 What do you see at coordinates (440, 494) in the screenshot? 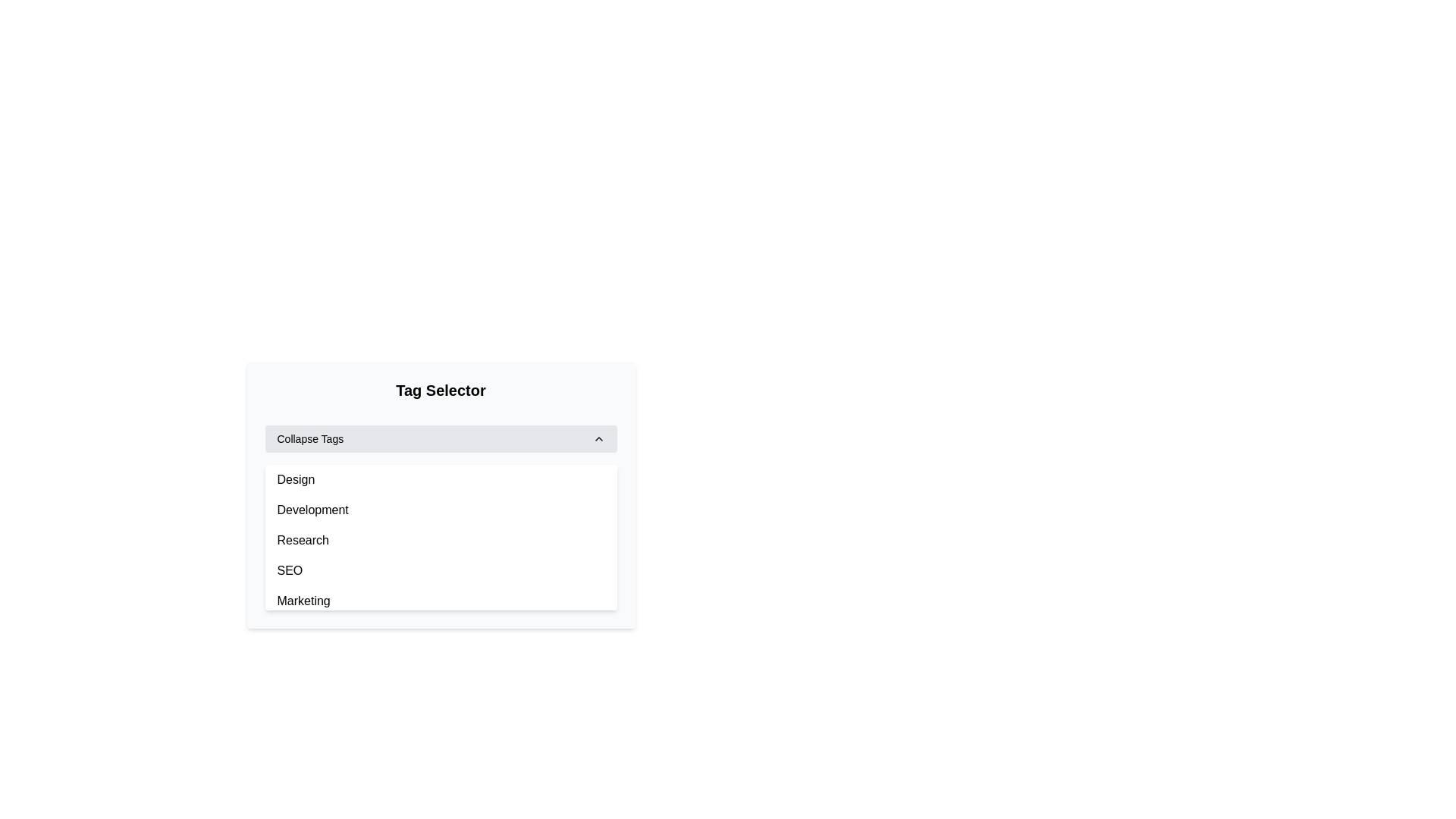
I see `the tag within the scrollable list element, which is centrally` at bounding box center [440, 494].